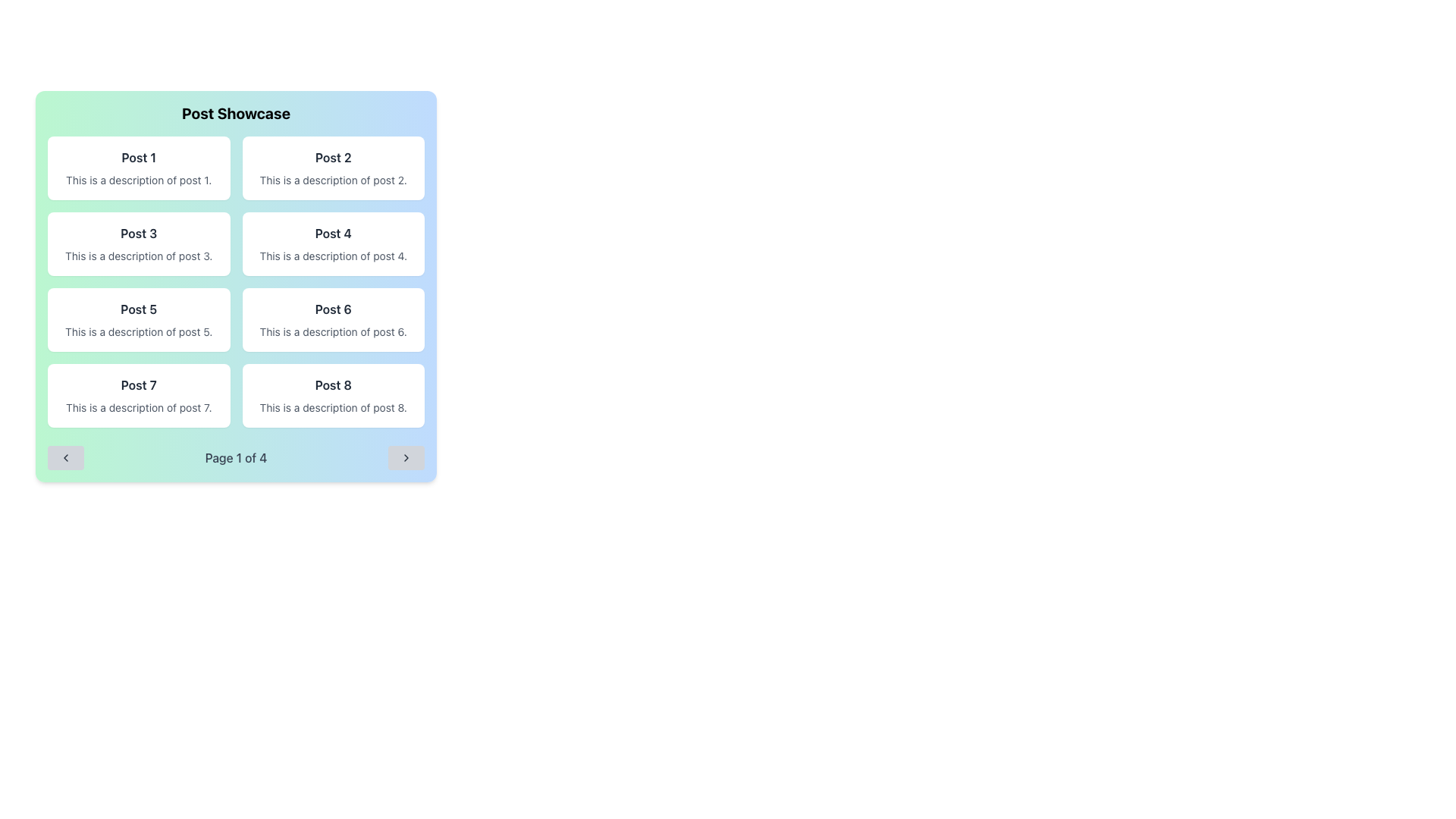 This screenshot has width=1456, height=819. Describe the element at coordinates (139, 256) in the screenshot. I see `the gray text stating 'This is a description of post 3.' located below the bold title 'Post 3' in the third card of a 2x4 grid layout within the 'Post Showcase' section` at that location.